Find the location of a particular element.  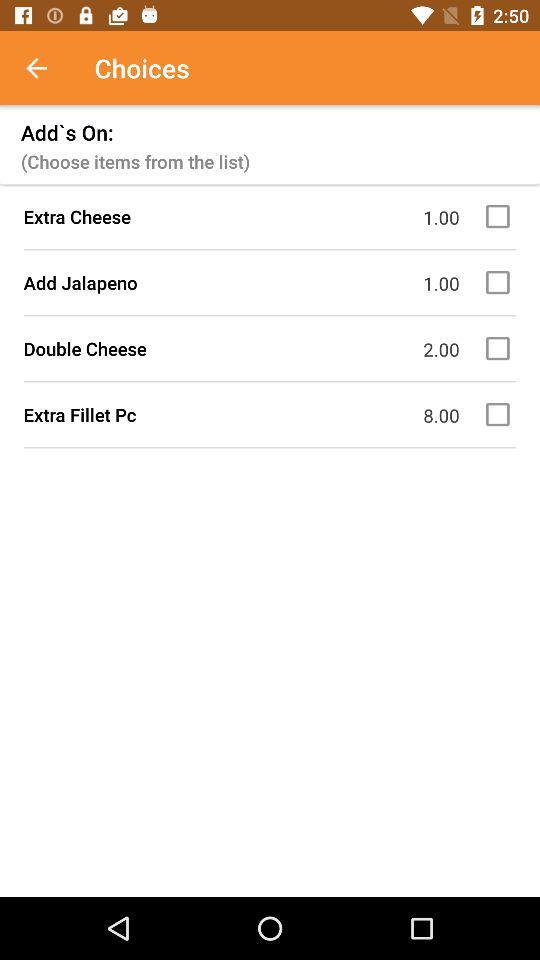

icon to the left of the choices icon is located at coordinates (47, 68).